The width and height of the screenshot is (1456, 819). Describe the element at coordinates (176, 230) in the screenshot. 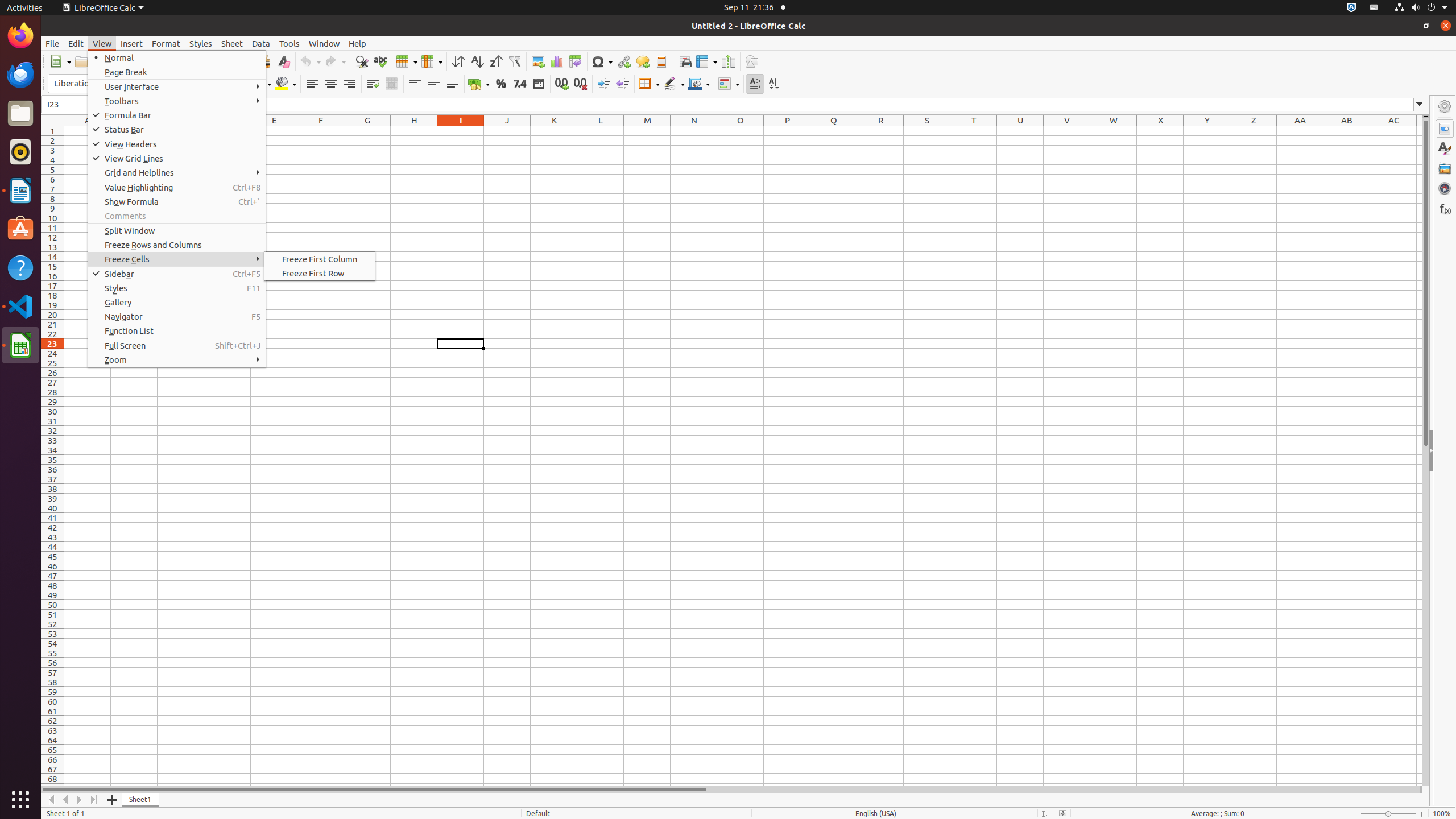

I see `'Split Window'` at that location.